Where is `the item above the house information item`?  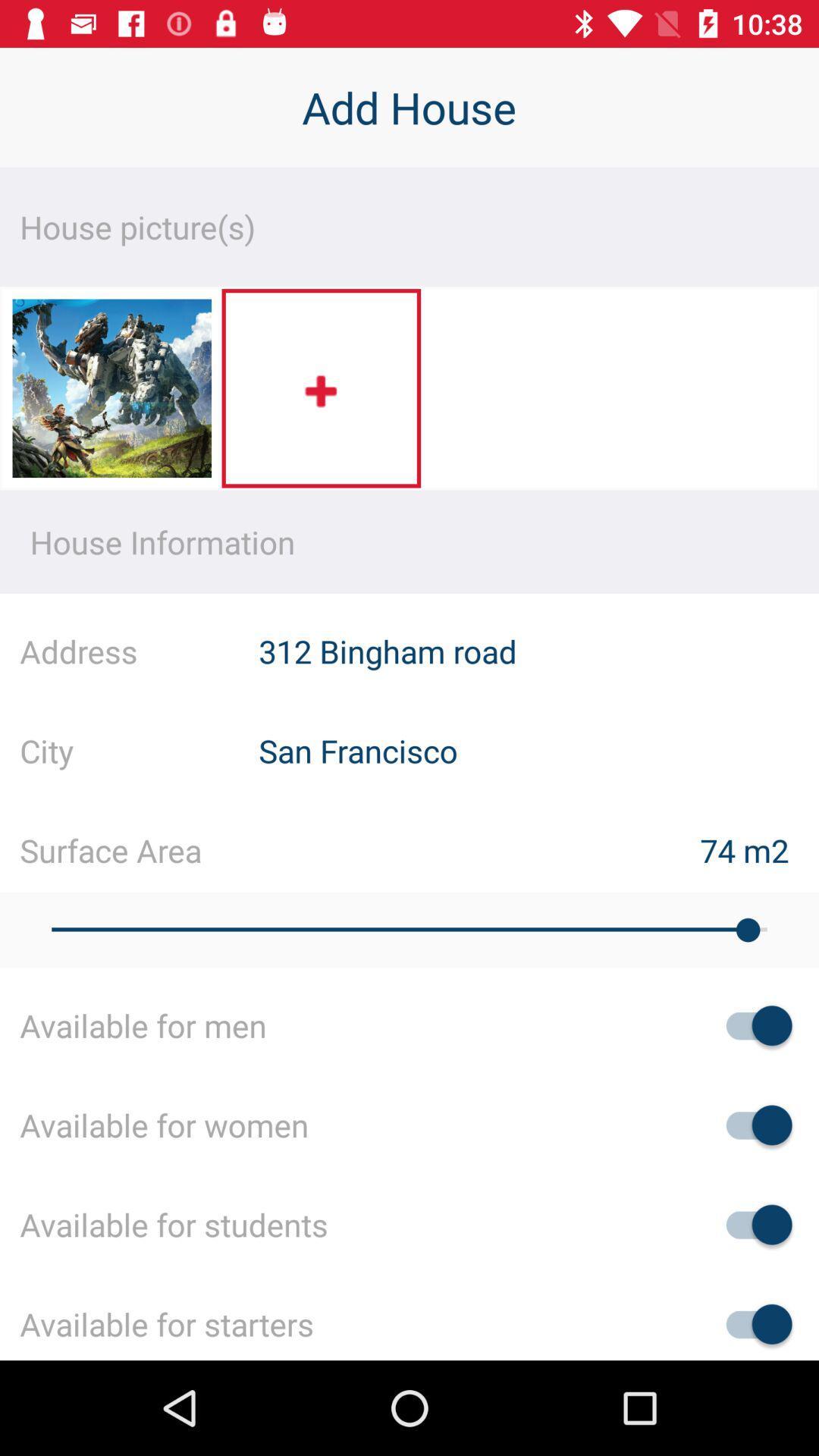
the item above the house information item is located at coordinates (111, 393).